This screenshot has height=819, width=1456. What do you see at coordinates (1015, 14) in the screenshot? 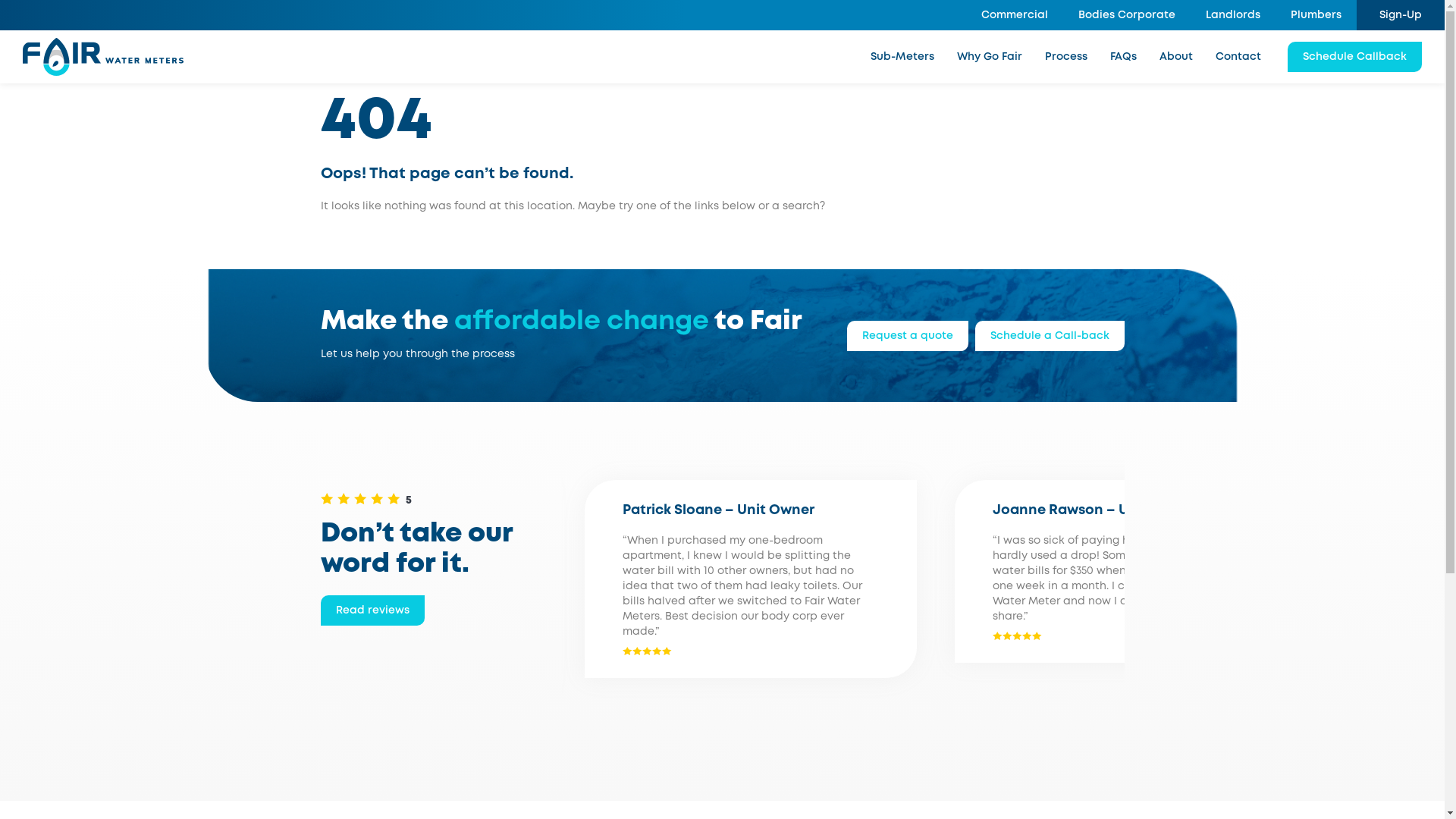
I see `'Commercial'` at bounding box center [1015, 14].